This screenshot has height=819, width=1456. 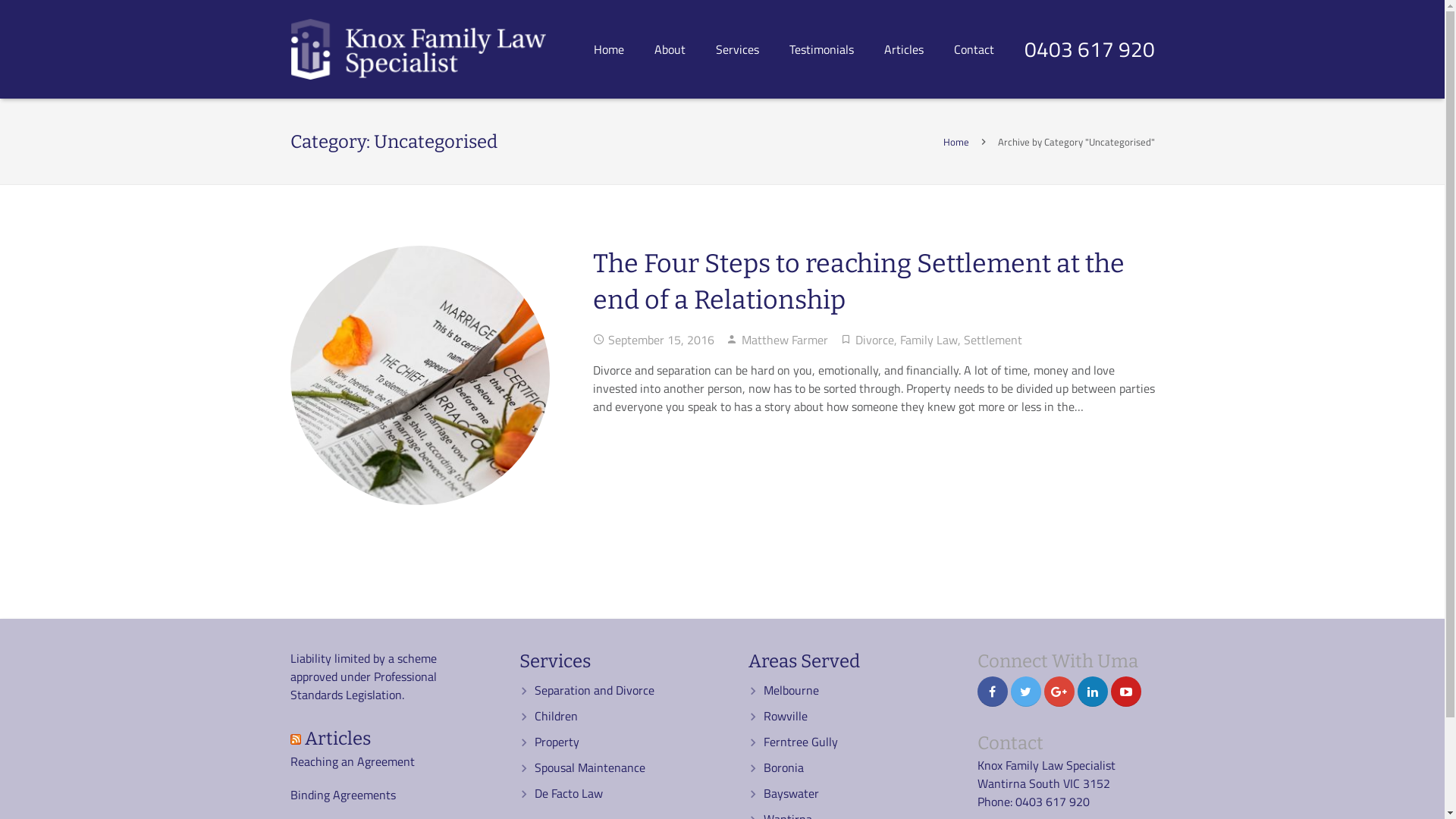 What do you see at coordinates (567, 792) in the screenshot?
I see `'De Facto Law'` at bounding box center [567, 792].